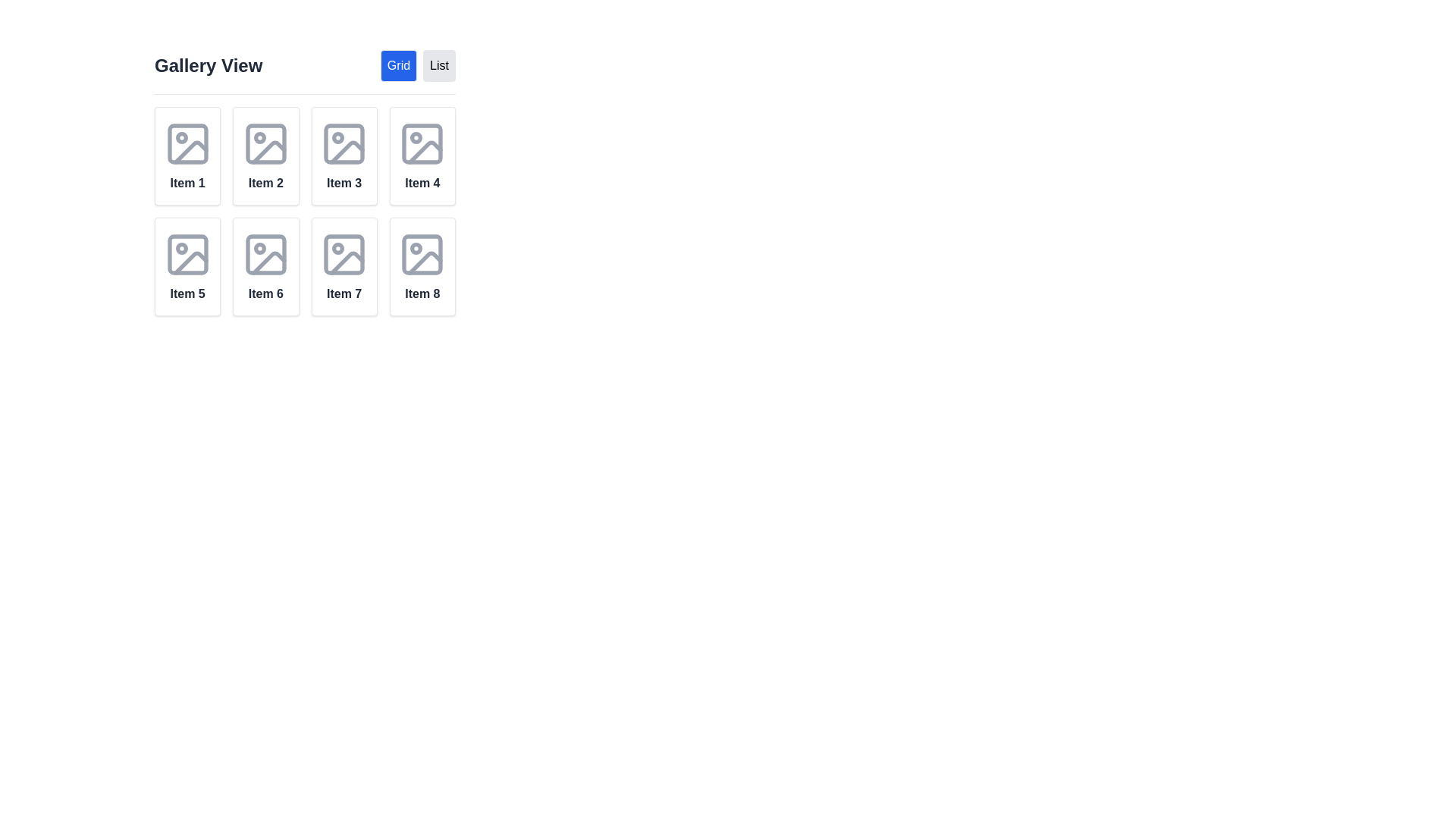 Image resolution: width=1456 pixels, height=819 pixels. What do you see at coordinates (187, 253) in the screenshot?
I see `the icon that represents an image or a placeholder for image content, located in the middle of the icon area above the text 'Item 5'` at bounding box center [187, 253].